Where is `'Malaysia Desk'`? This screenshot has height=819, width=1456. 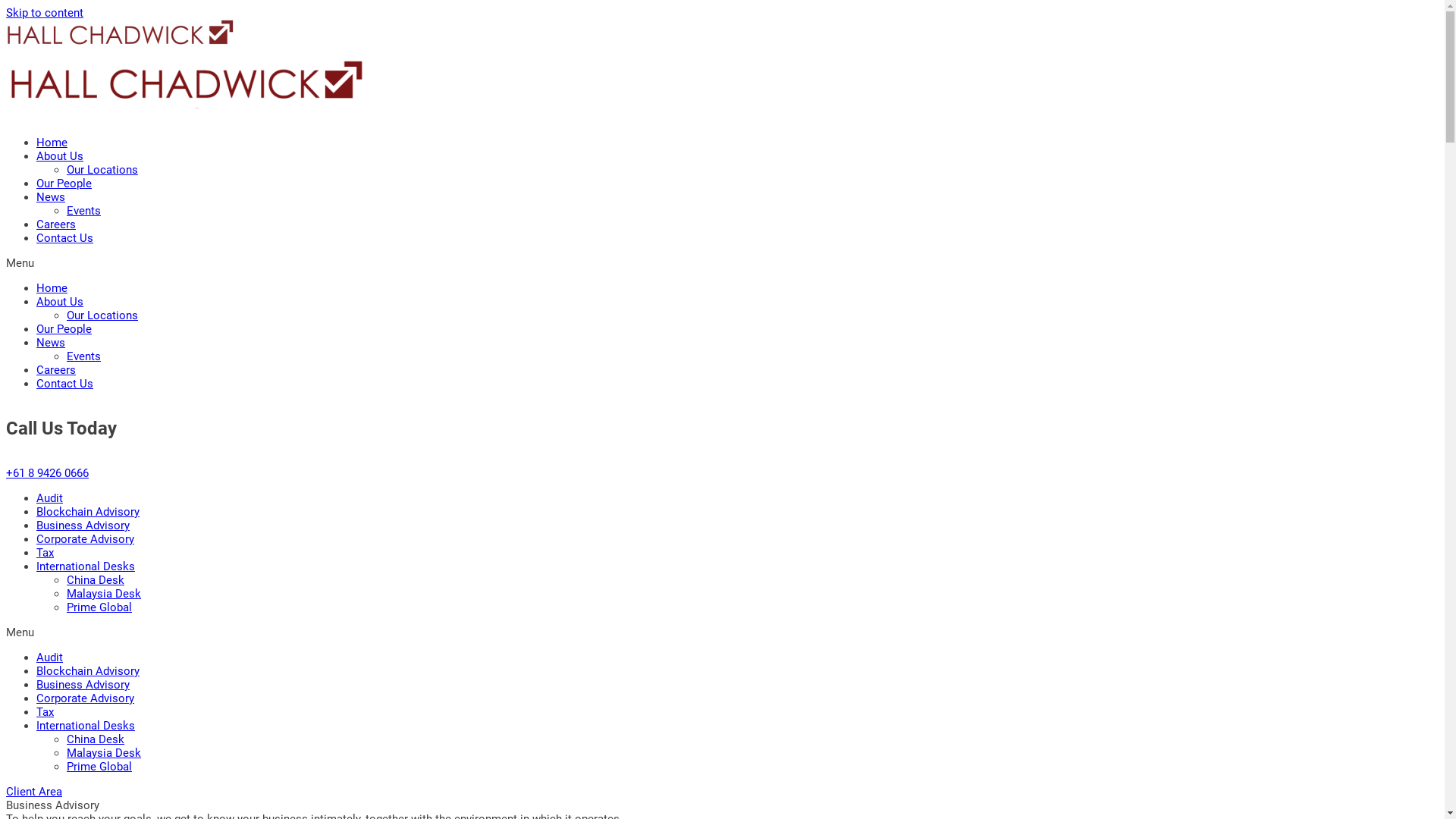
'Malaysia Desk' is located at coordinates (103, 752).